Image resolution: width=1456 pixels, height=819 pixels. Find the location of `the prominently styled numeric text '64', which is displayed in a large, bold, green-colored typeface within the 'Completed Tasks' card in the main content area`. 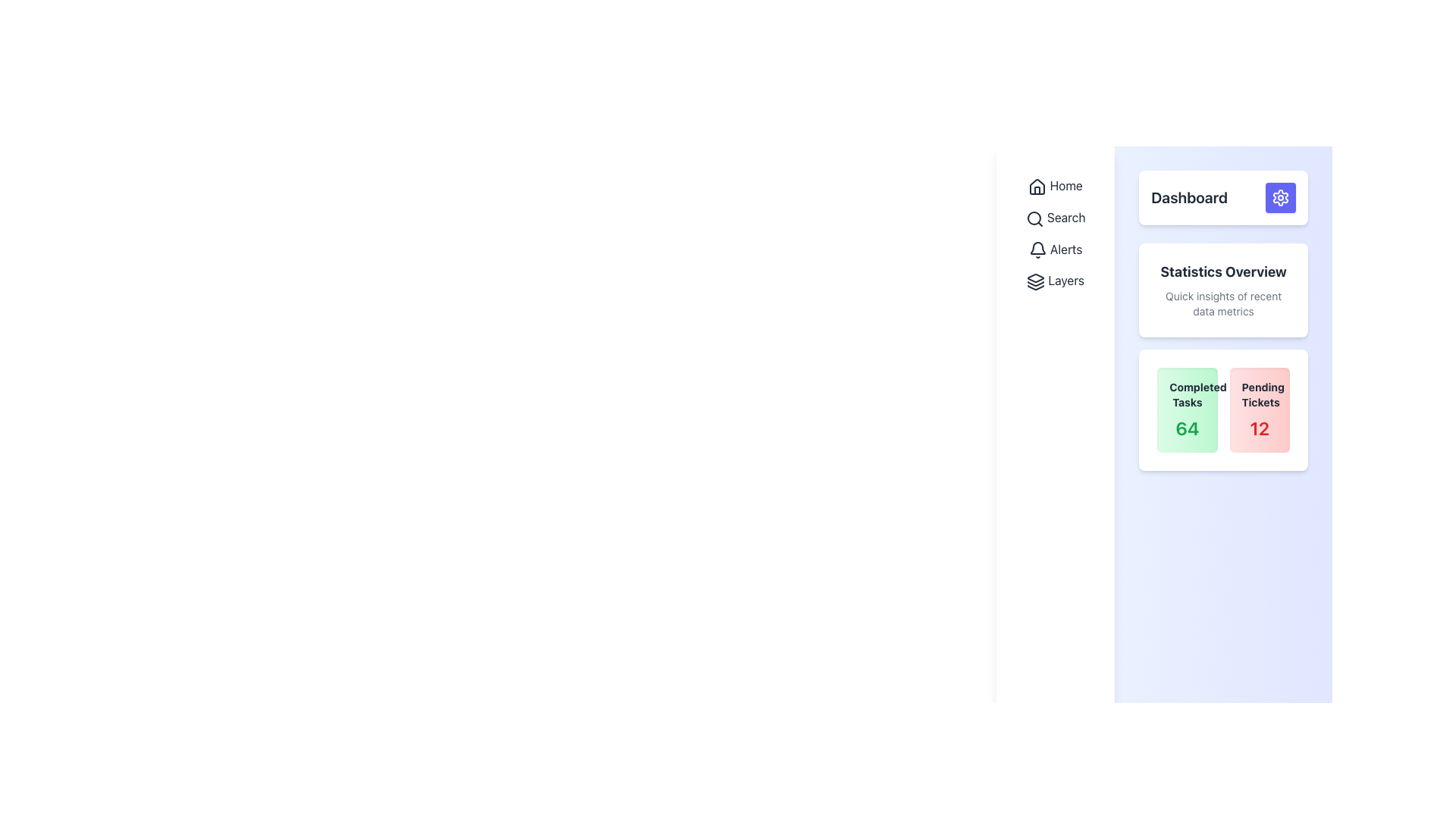

the prominently styled numeric text '64', which is displayed in a large, bold, green-colored typeface within the 'Completed Tasks' card in the main content area is located at coordinates (1186, 428).